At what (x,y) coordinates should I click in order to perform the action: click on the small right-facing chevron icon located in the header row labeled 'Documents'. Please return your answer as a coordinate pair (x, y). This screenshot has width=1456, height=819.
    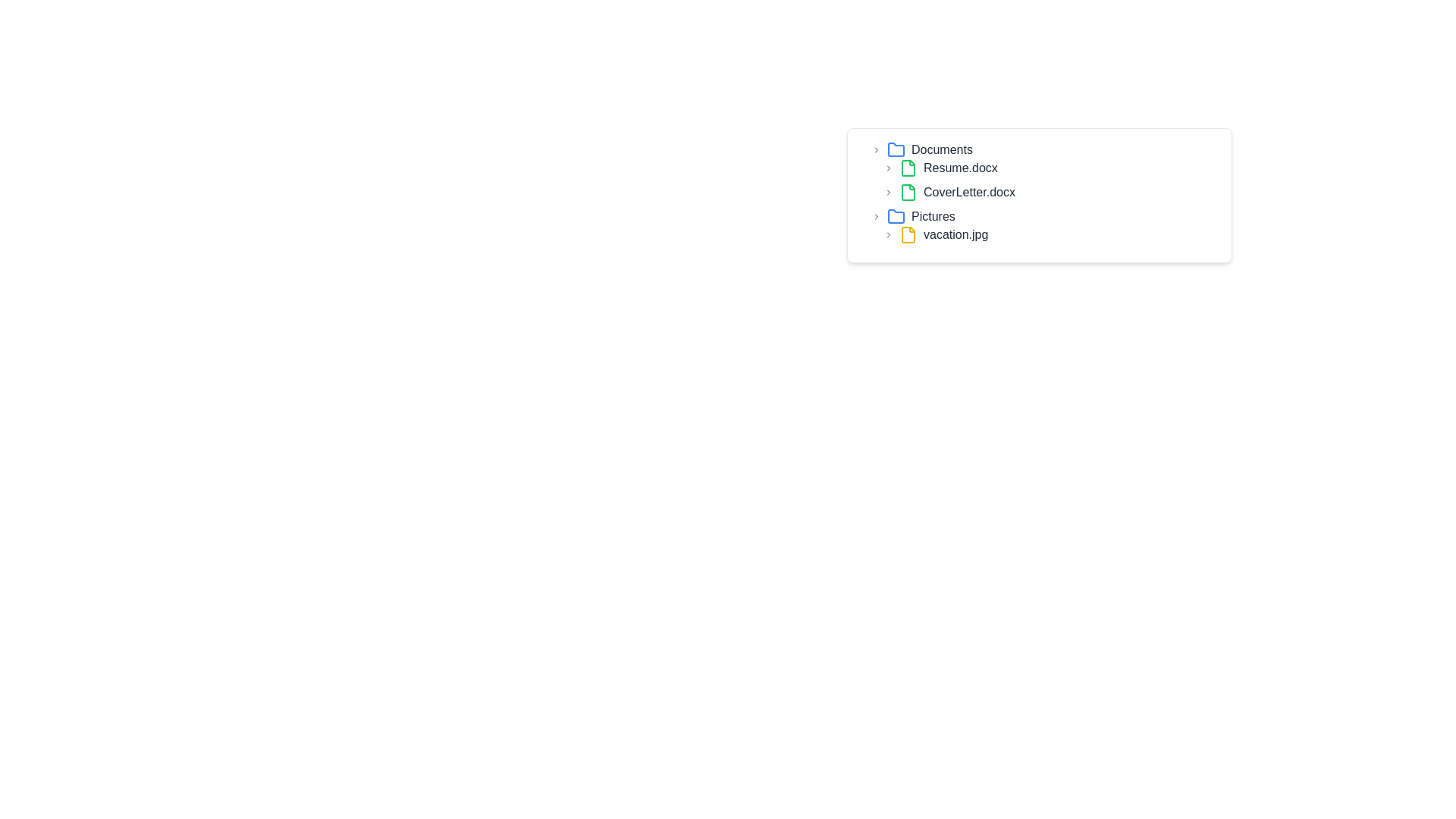
    Looking at the image, I should click on (877, 149).